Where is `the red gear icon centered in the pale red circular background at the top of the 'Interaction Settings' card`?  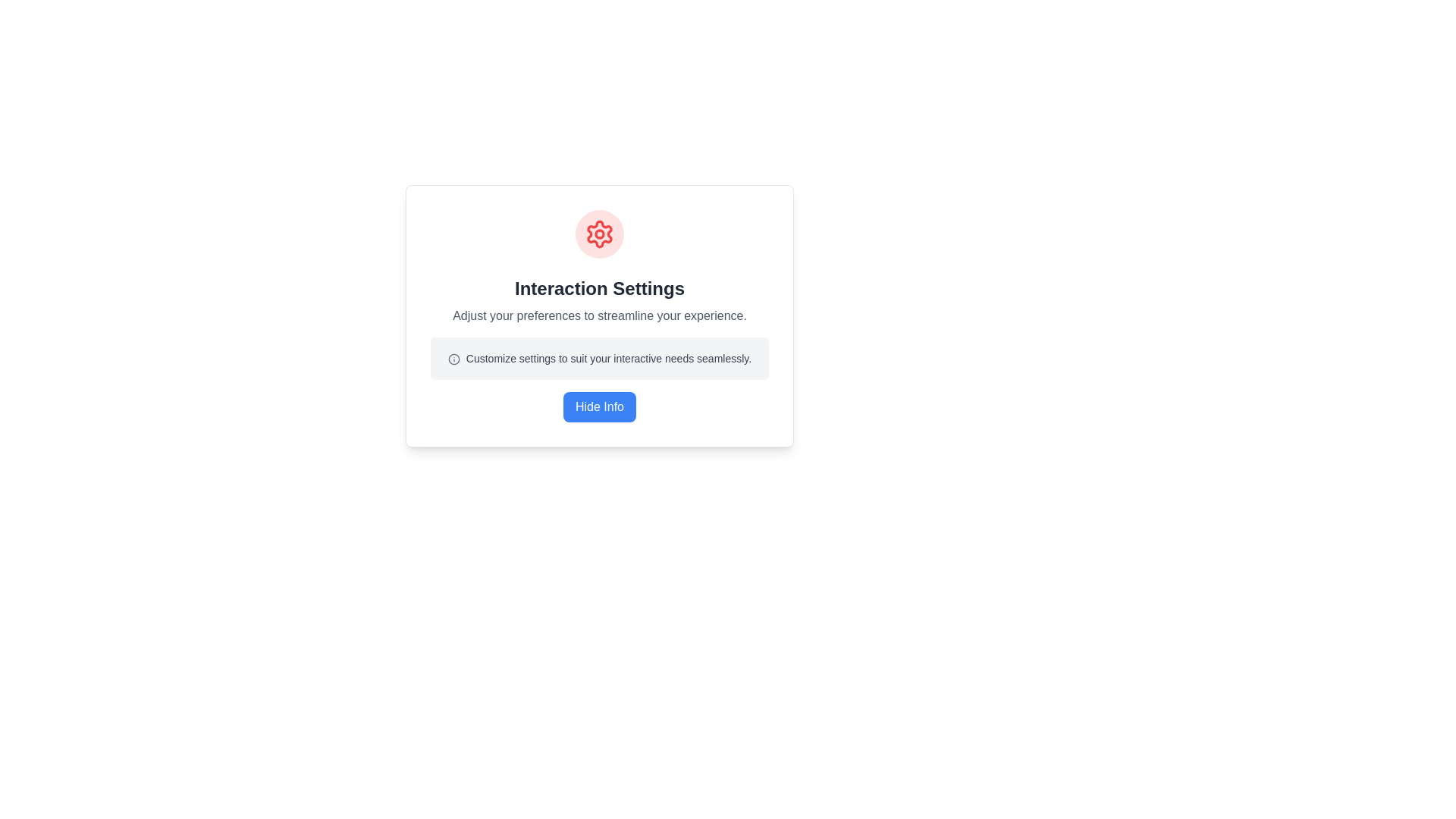 the red gear icon centered in the pale red circular background at the top of the 'Interaction Settings' card is located at coordinates (599, 234).